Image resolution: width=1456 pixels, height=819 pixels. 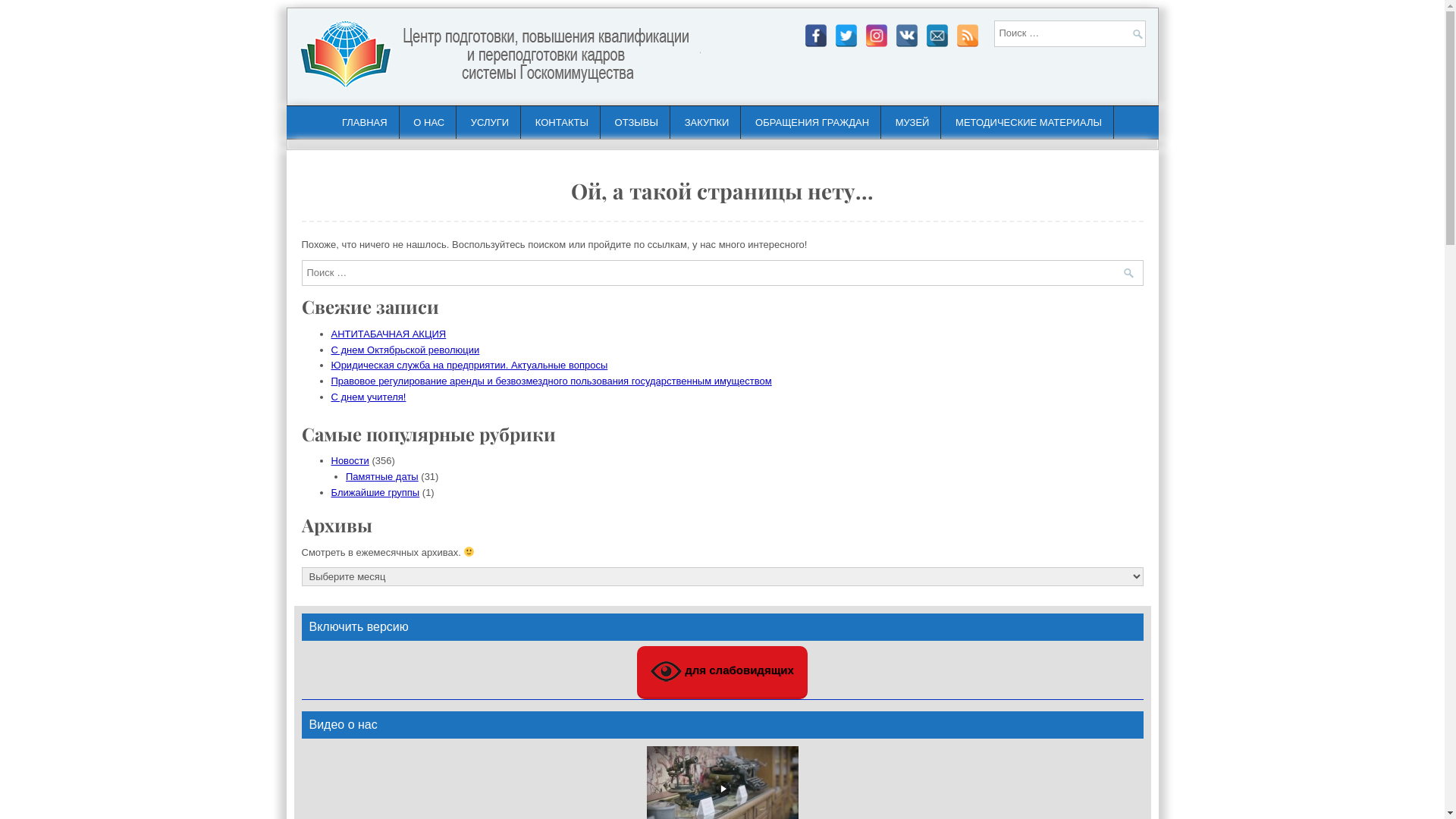 I want to click on 'RSS Feed', so click(x=966, y=34).